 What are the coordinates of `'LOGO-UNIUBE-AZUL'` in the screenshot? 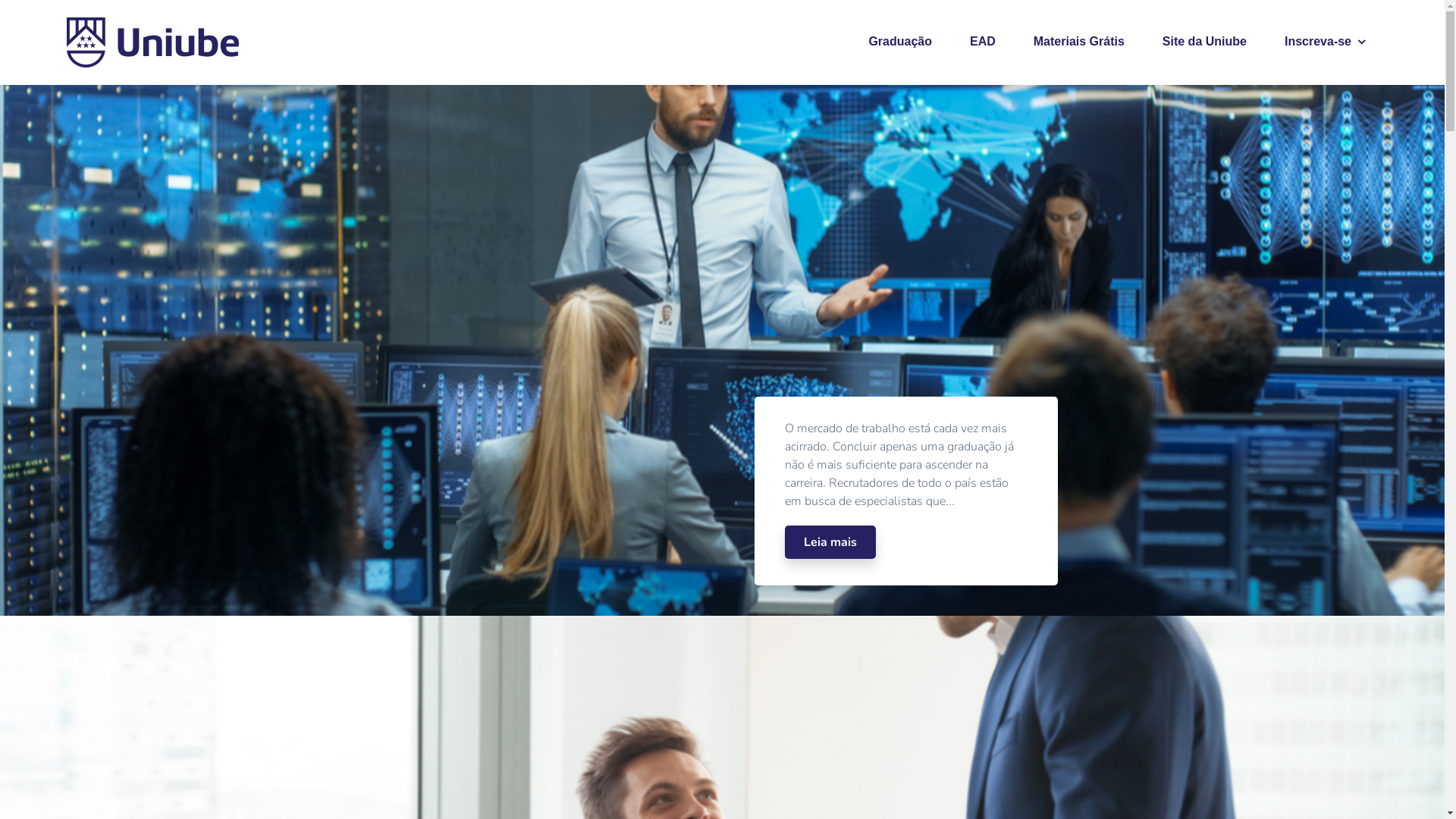 It's located at (61, 42).